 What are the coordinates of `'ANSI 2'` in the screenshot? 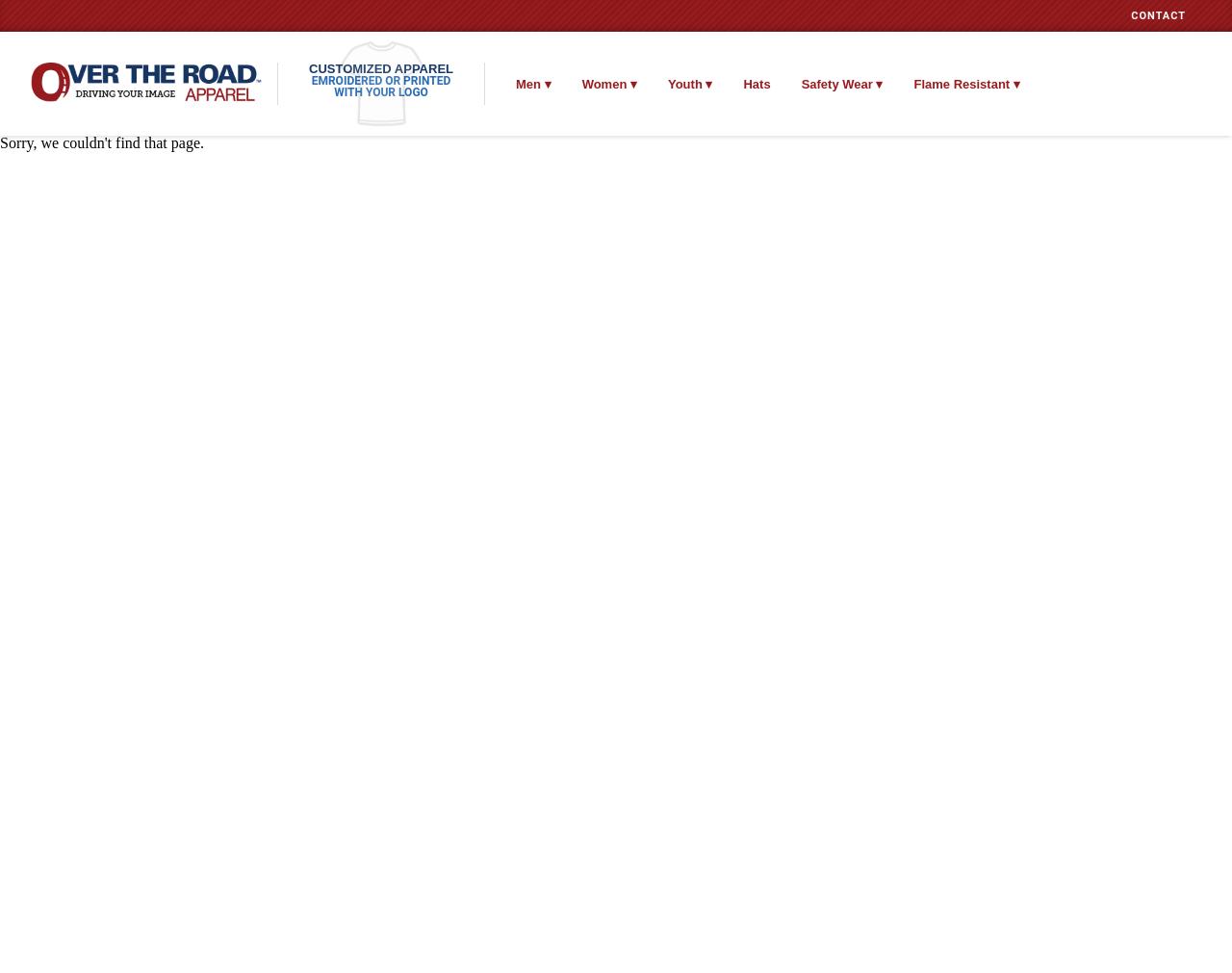 It's located at (823, 121).